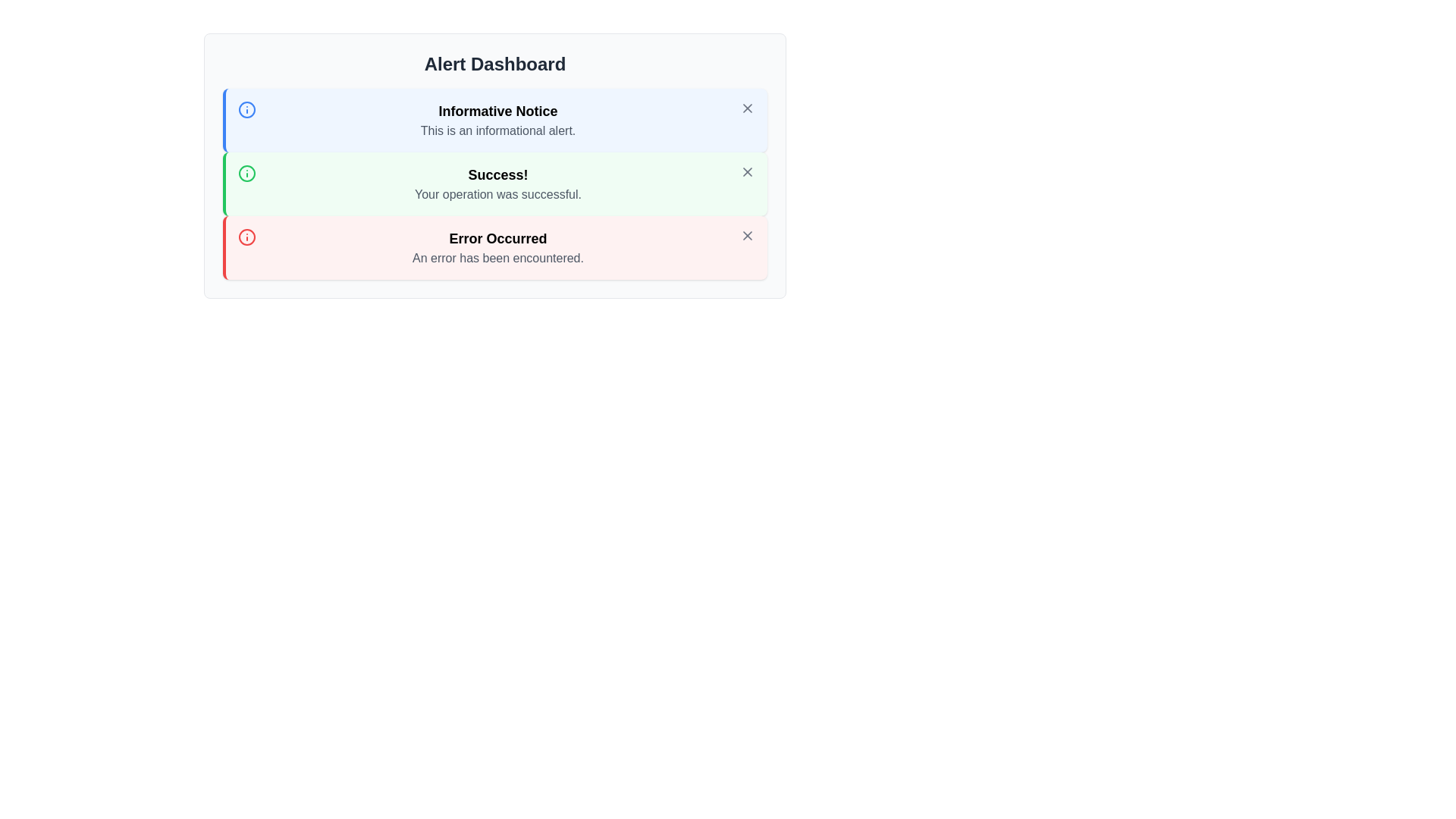  Describe the element at coordinates (498, 257) in the screenshot. I see `the text label that reads 'An error has been encountered.' which is styled in gray color and located within the error message section with a red border background` at that location.